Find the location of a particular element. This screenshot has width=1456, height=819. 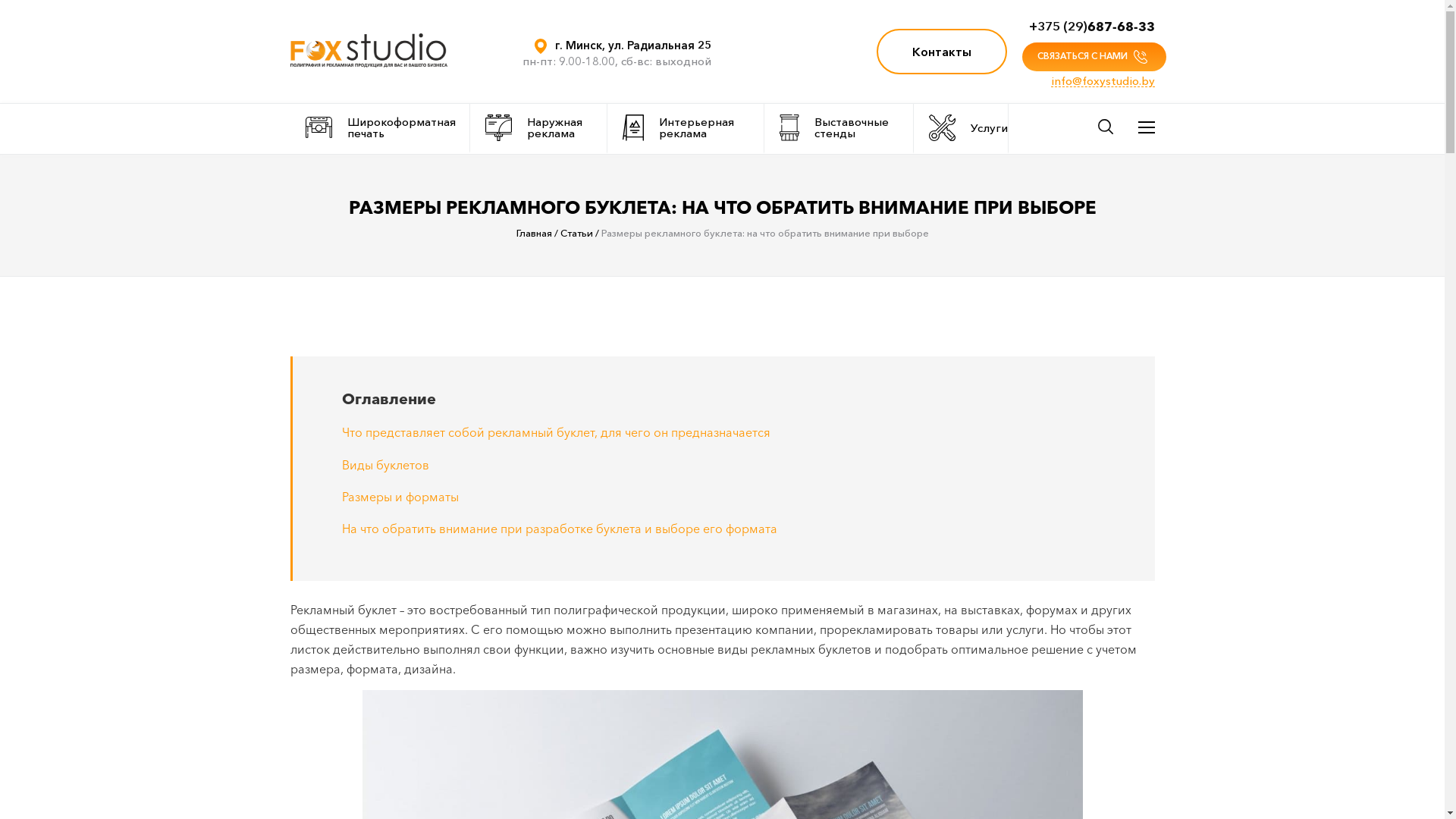

'+375 (29)687-68-33' is located at coordinates (1090, 26).